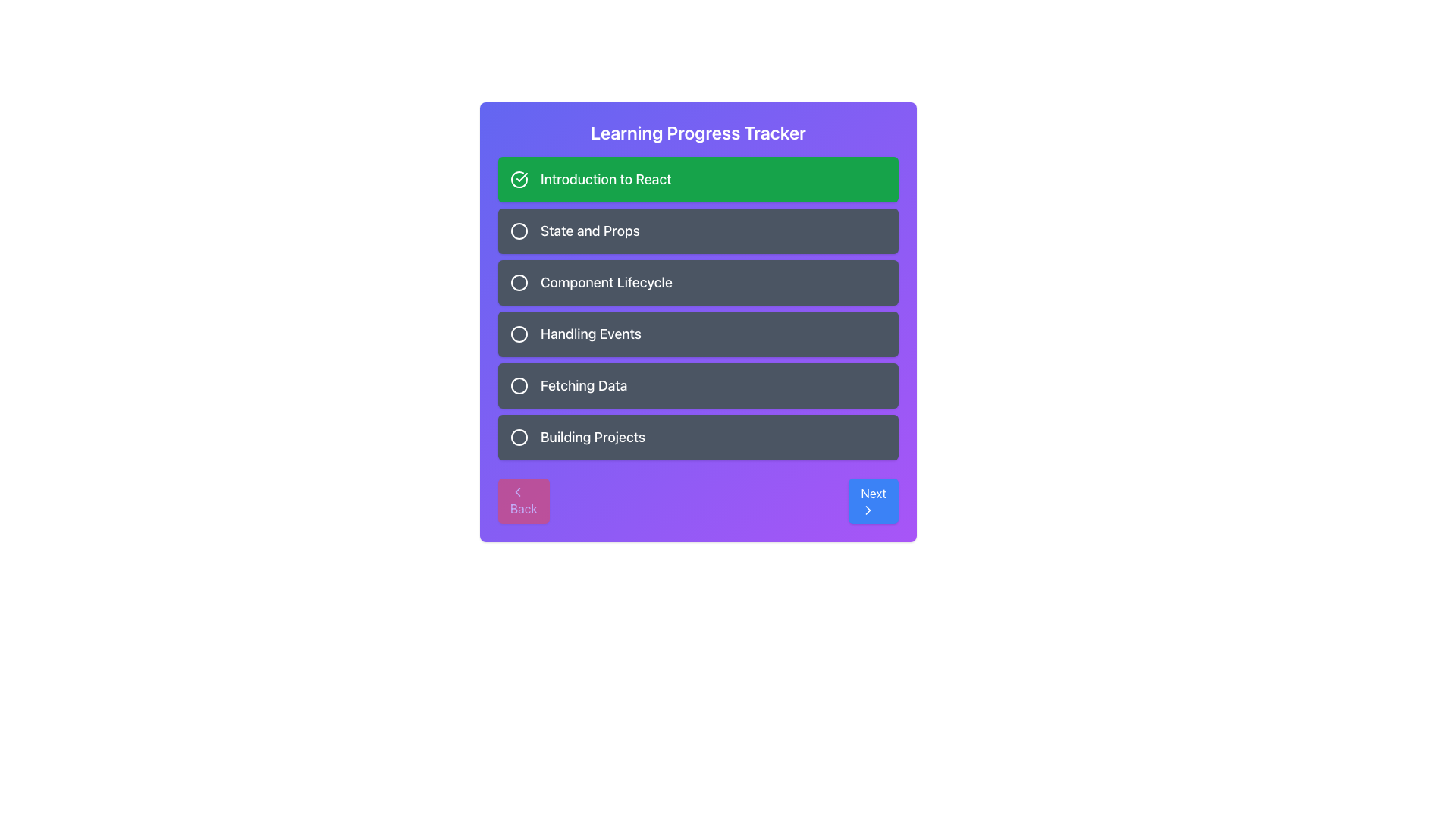 The image size is (1456, 819). I want to click on the right-facing chevron icon inside the 'Next' button located at the bottom-right corner of the interface, so click(868, 510).